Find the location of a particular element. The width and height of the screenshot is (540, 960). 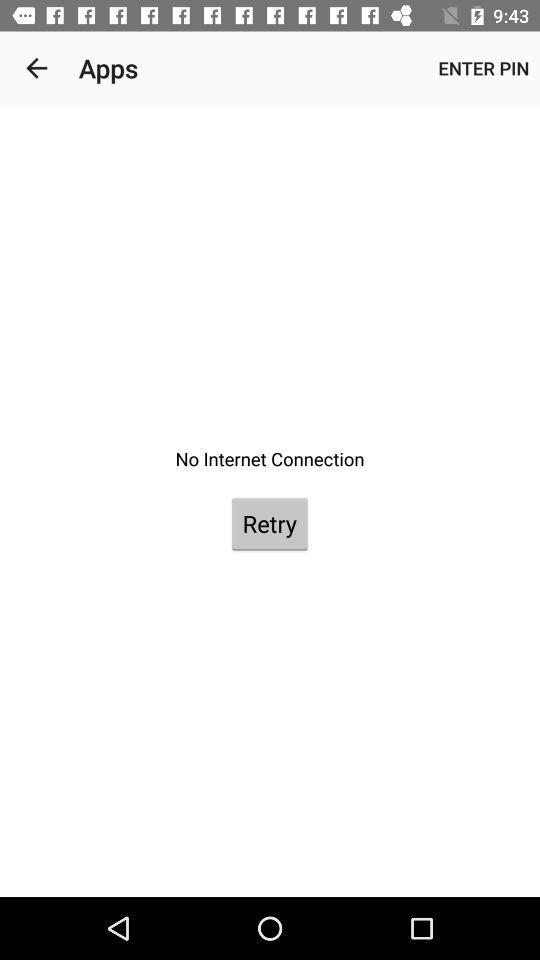

the item to the right of the apps app is located at coordinates (482, 68).